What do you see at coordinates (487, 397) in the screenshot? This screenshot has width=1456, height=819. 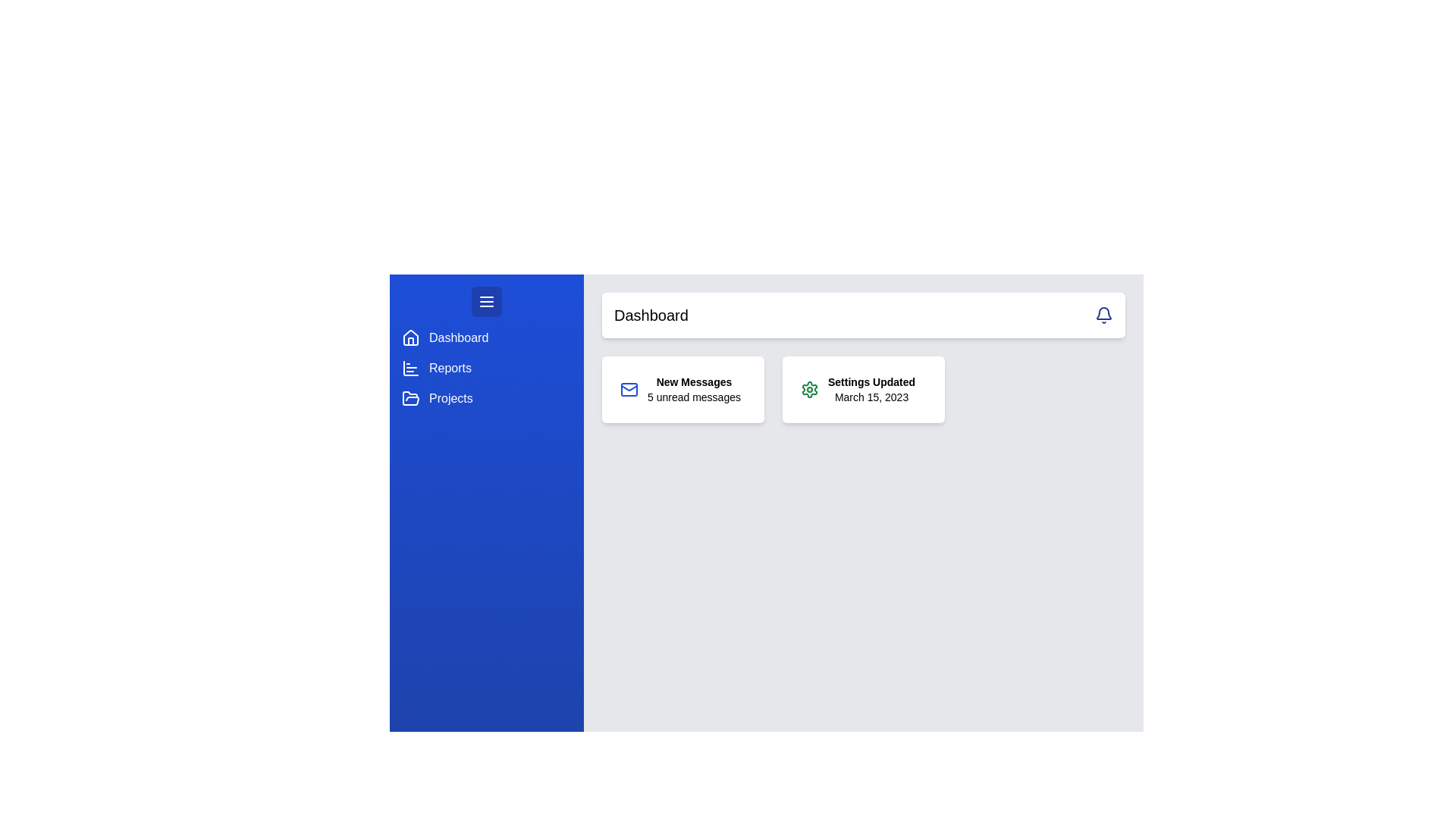 I see `the 'Projects' menu item using keyboard navigation` at bounding box center [487, 397].